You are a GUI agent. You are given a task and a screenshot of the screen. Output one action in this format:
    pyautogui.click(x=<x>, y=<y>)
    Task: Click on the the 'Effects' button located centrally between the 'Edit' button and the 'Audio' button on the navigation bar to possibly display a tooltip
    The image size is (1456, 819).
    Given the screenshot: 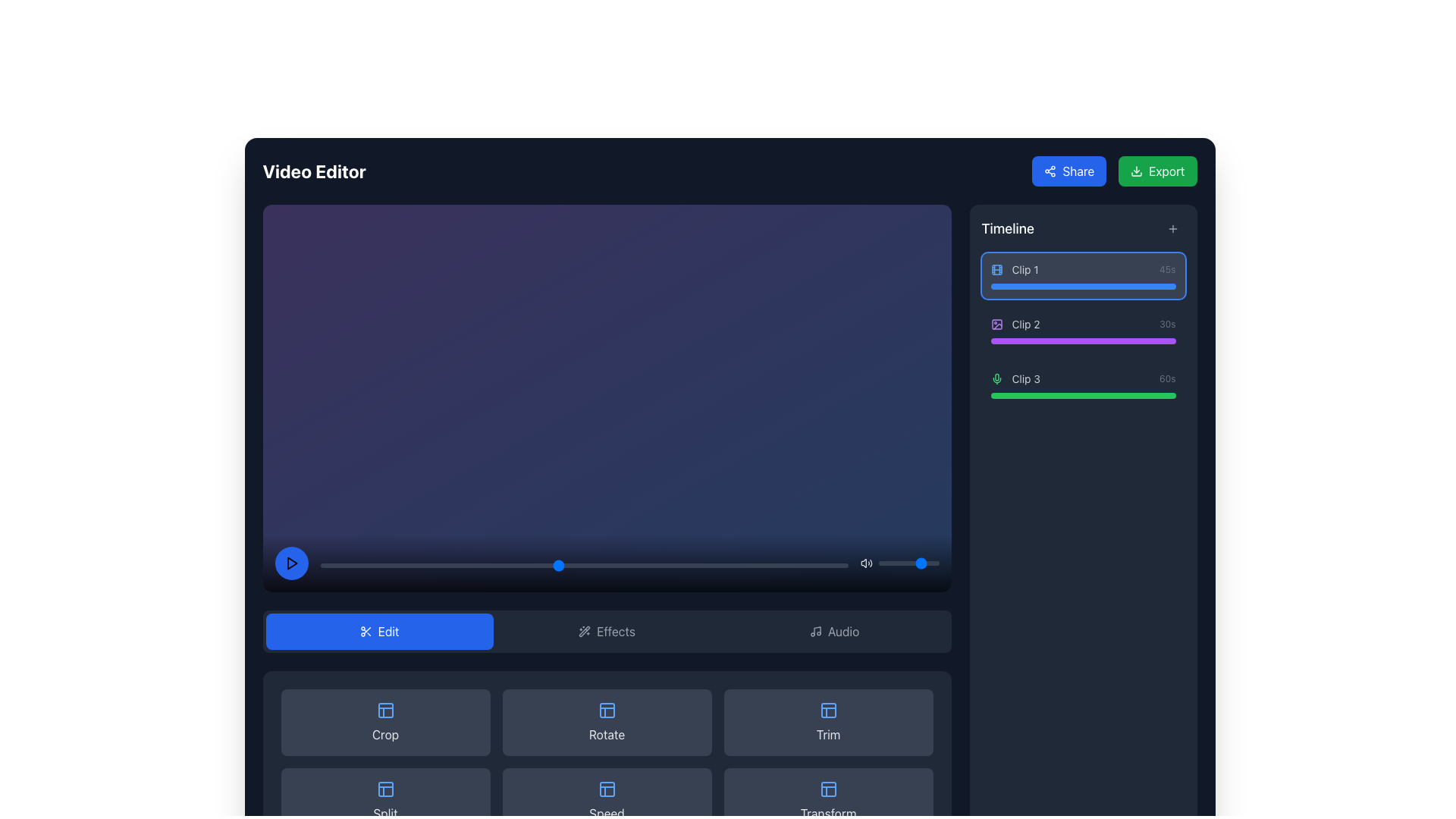 What is the action you would take?
    pyautogui.click(x=616, y=631)
    